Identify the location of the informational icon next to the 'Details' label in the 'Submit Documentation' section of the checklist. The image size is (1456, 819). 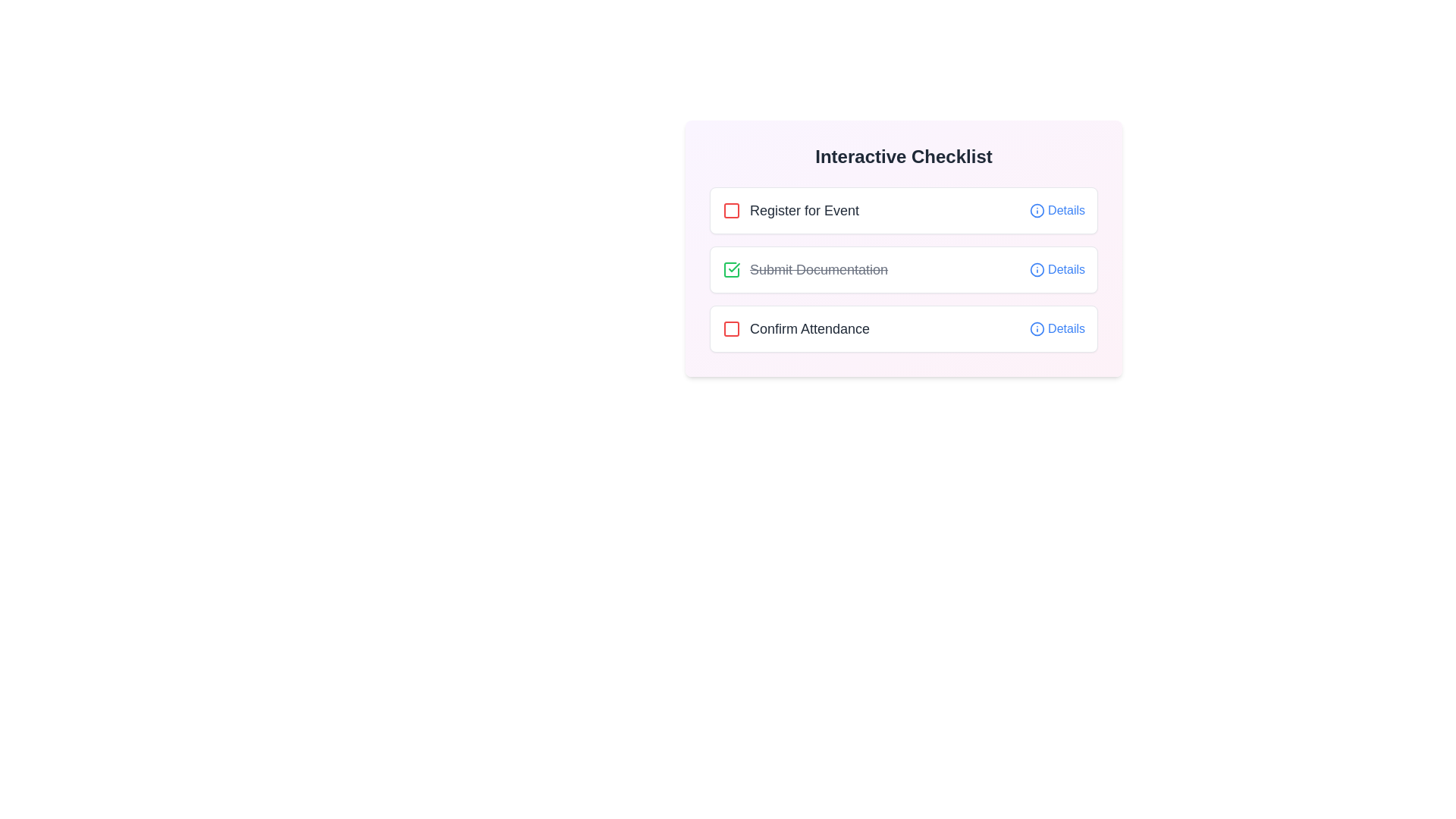
(1037, 268).